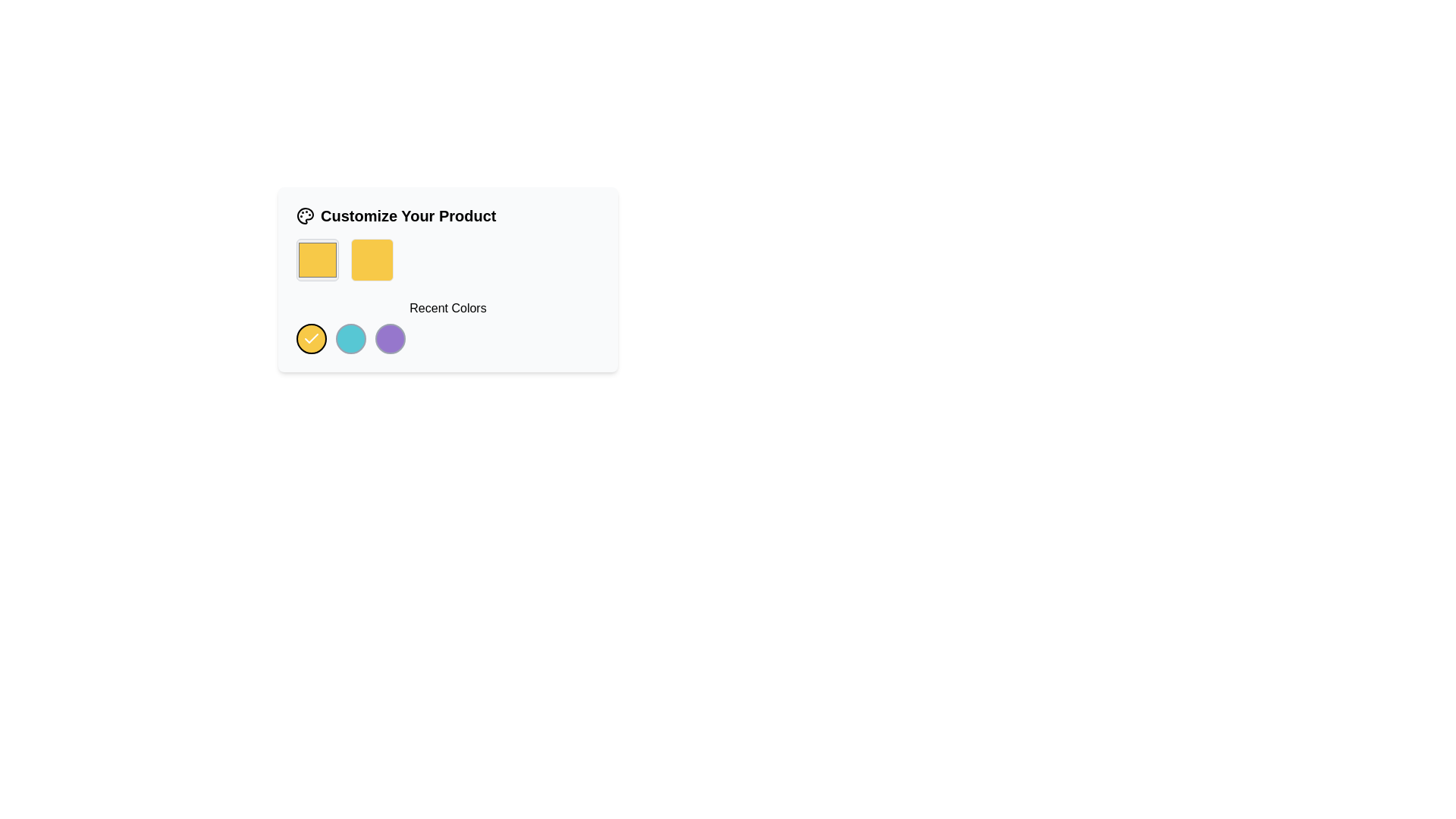 This screenshot has width=1456, height=819. I want to click on the square button with a yellow background and gray border located in the 'Customize Your Product' section, so click(316, 259).